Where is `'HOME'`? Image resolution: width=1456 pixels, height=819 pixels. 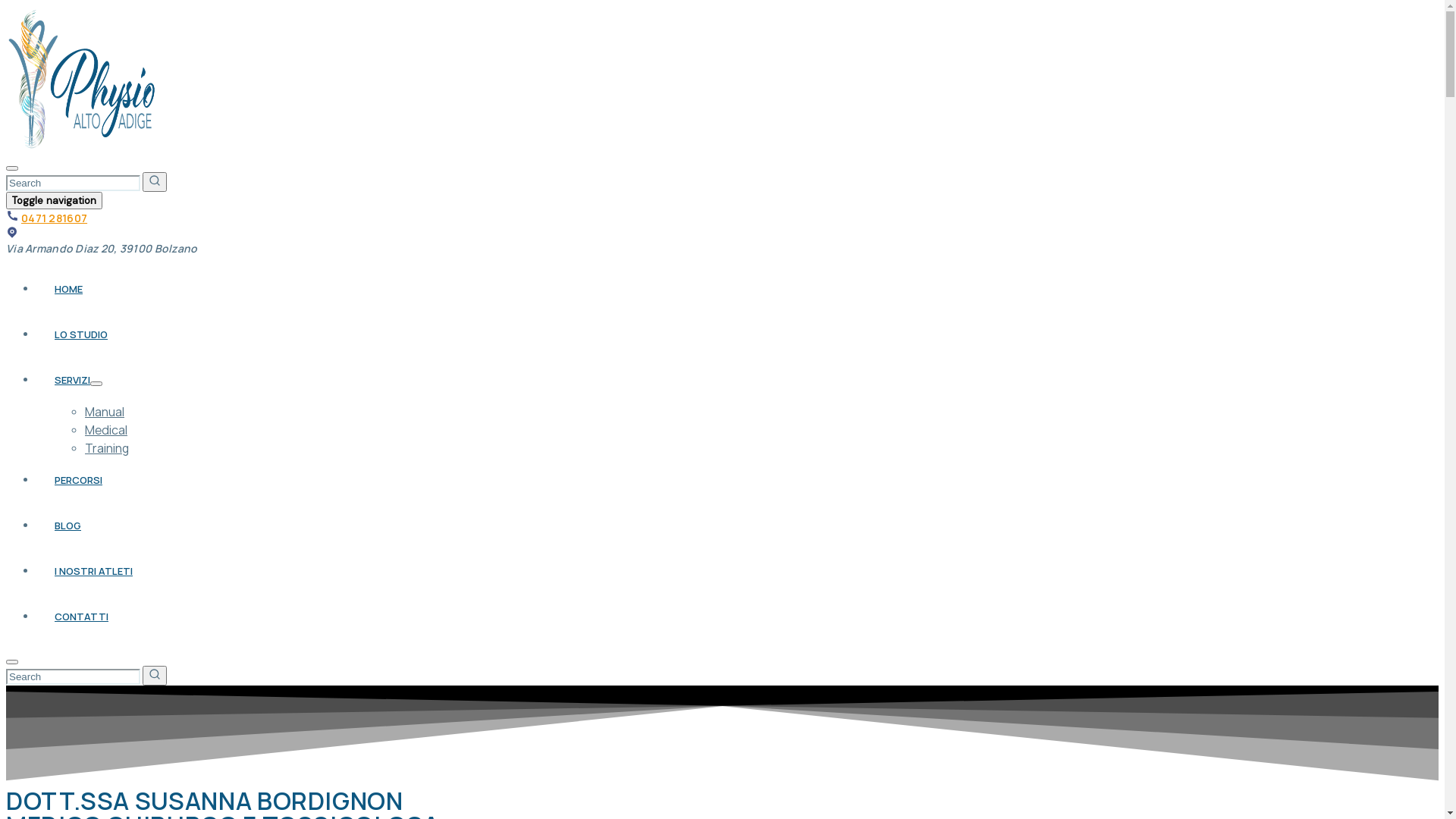 'HOME' is located at coordinates (67, 289).